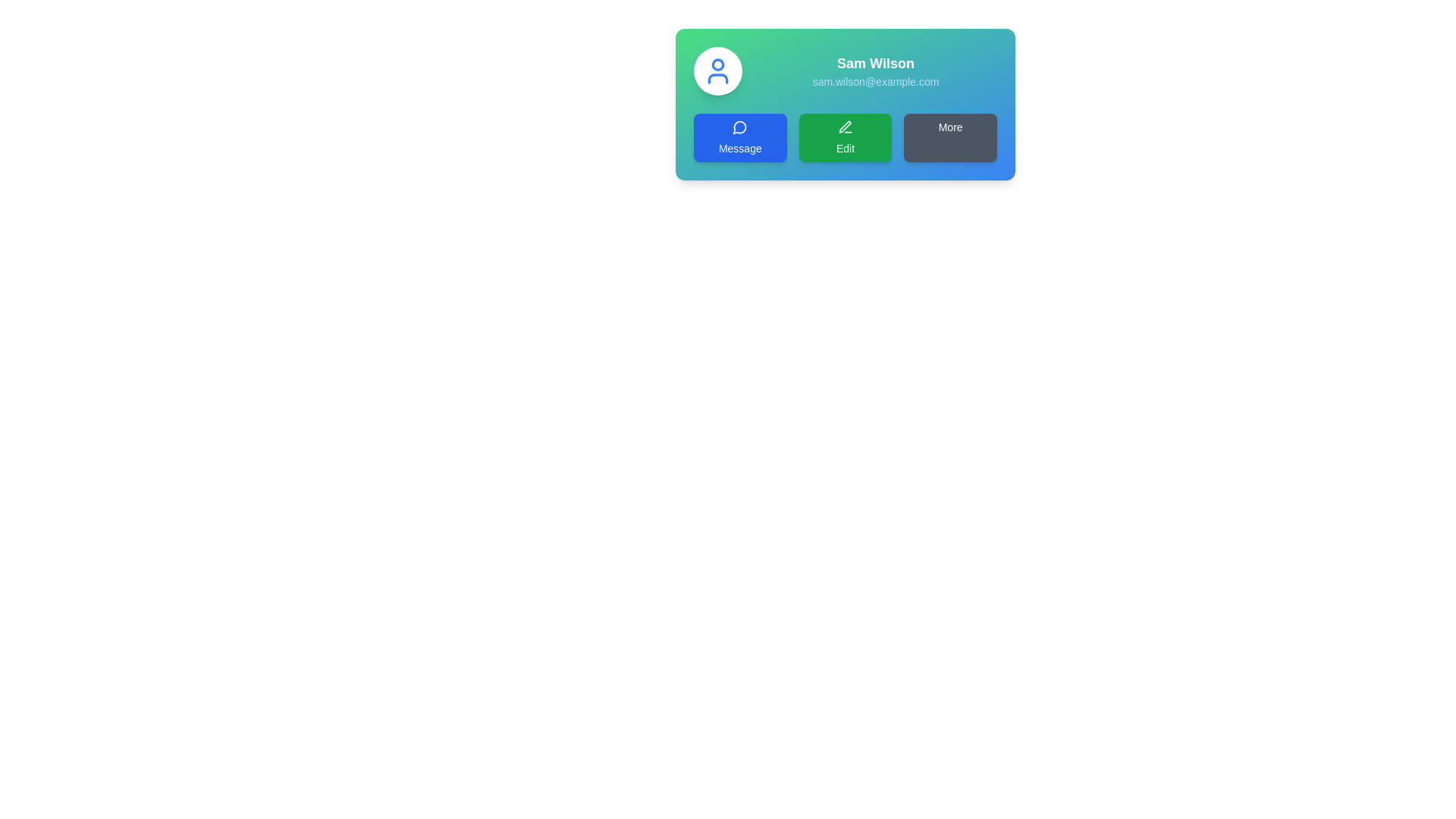  Describe the element at coordinates (717, 71) in the screenshot. I see `the user profile icon located in the upper left section of the rectangular card` at that location.